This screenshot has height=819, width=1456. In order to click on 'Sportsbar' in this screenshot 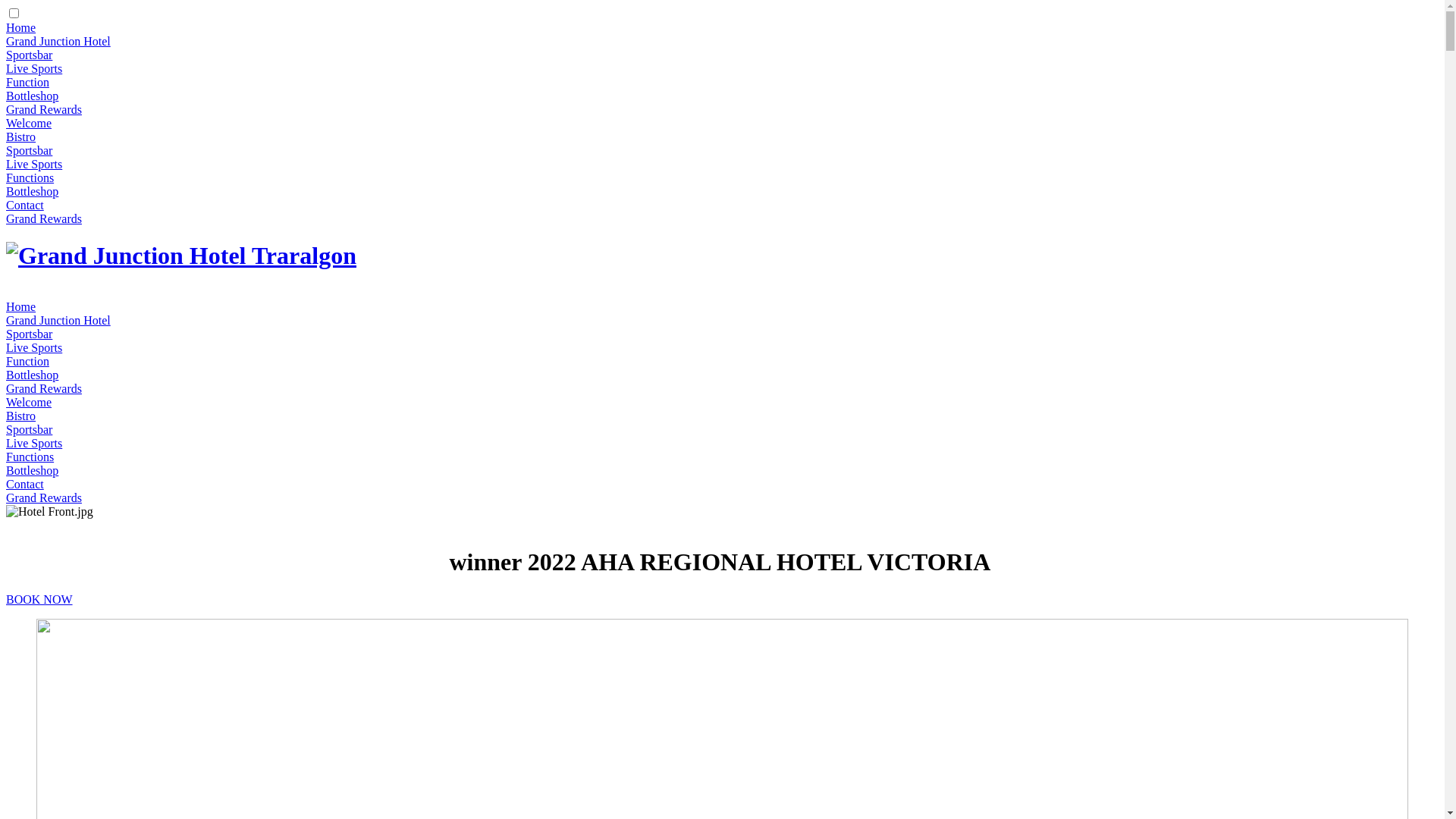, I will do `click(29, 150)`.